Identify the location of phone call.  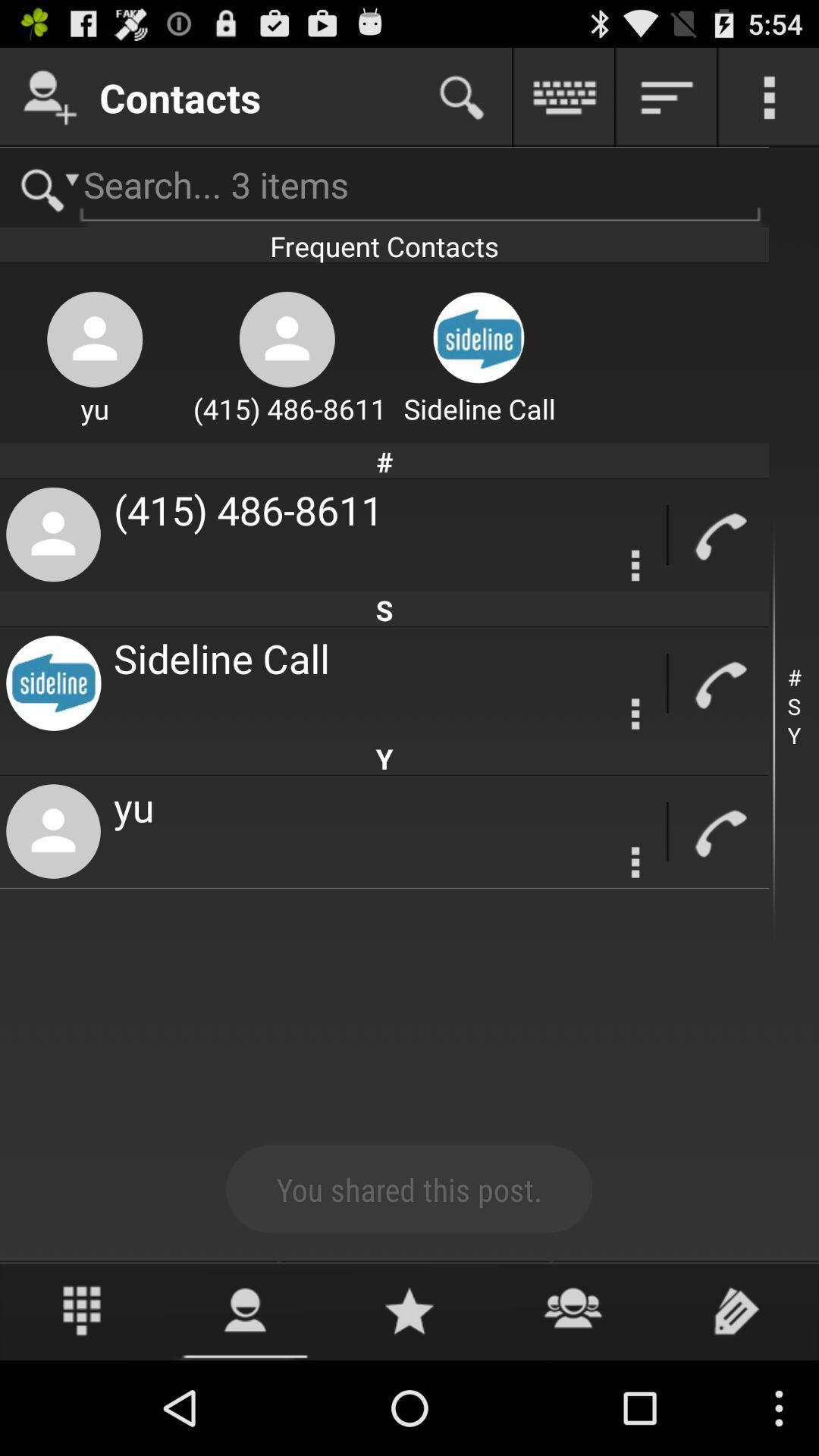
(718, 831).